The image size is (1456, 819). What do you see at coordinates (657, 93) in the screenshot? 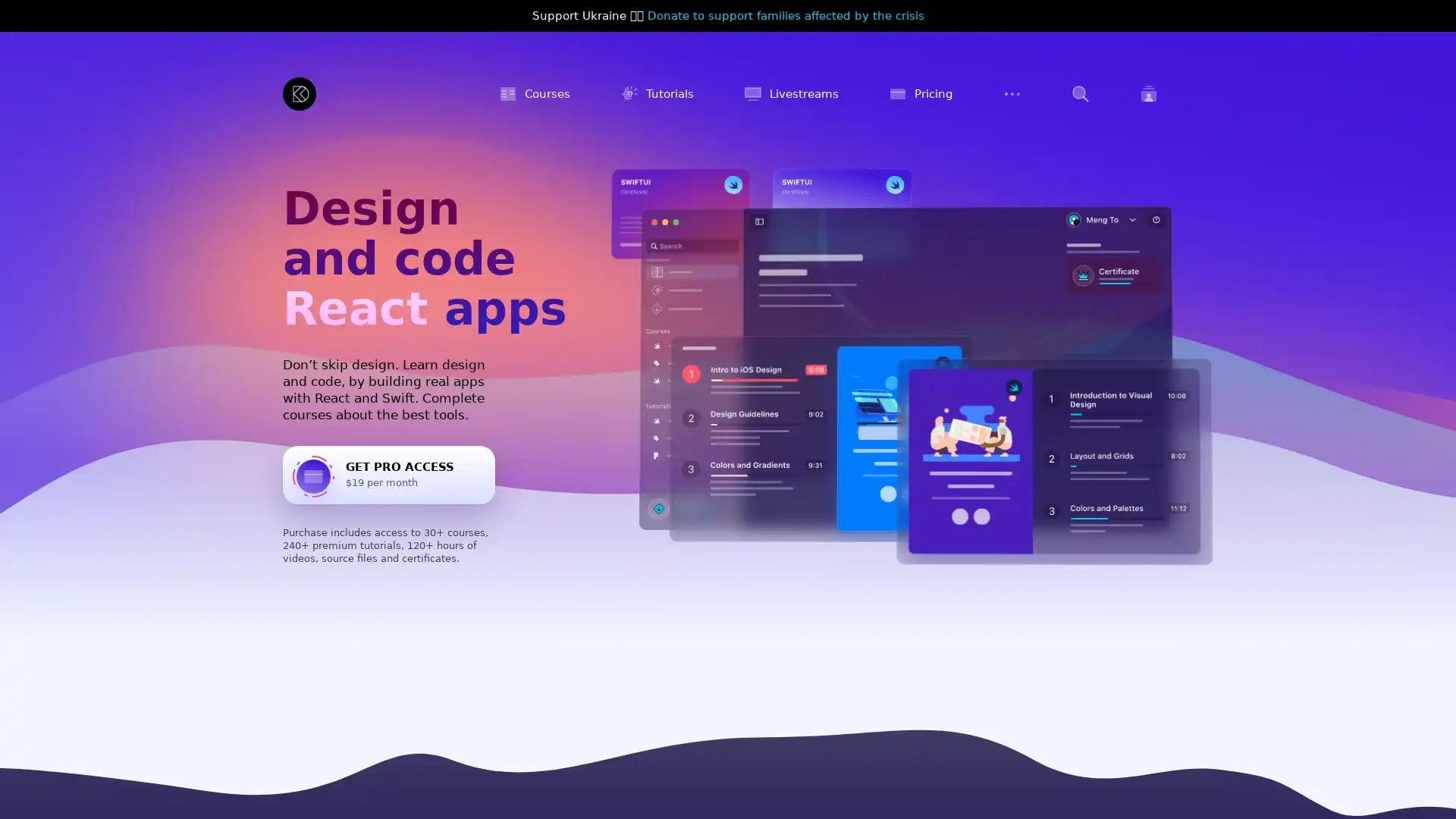
I see `Tutorials icon Tutorials` at bounding box center [657, 93].